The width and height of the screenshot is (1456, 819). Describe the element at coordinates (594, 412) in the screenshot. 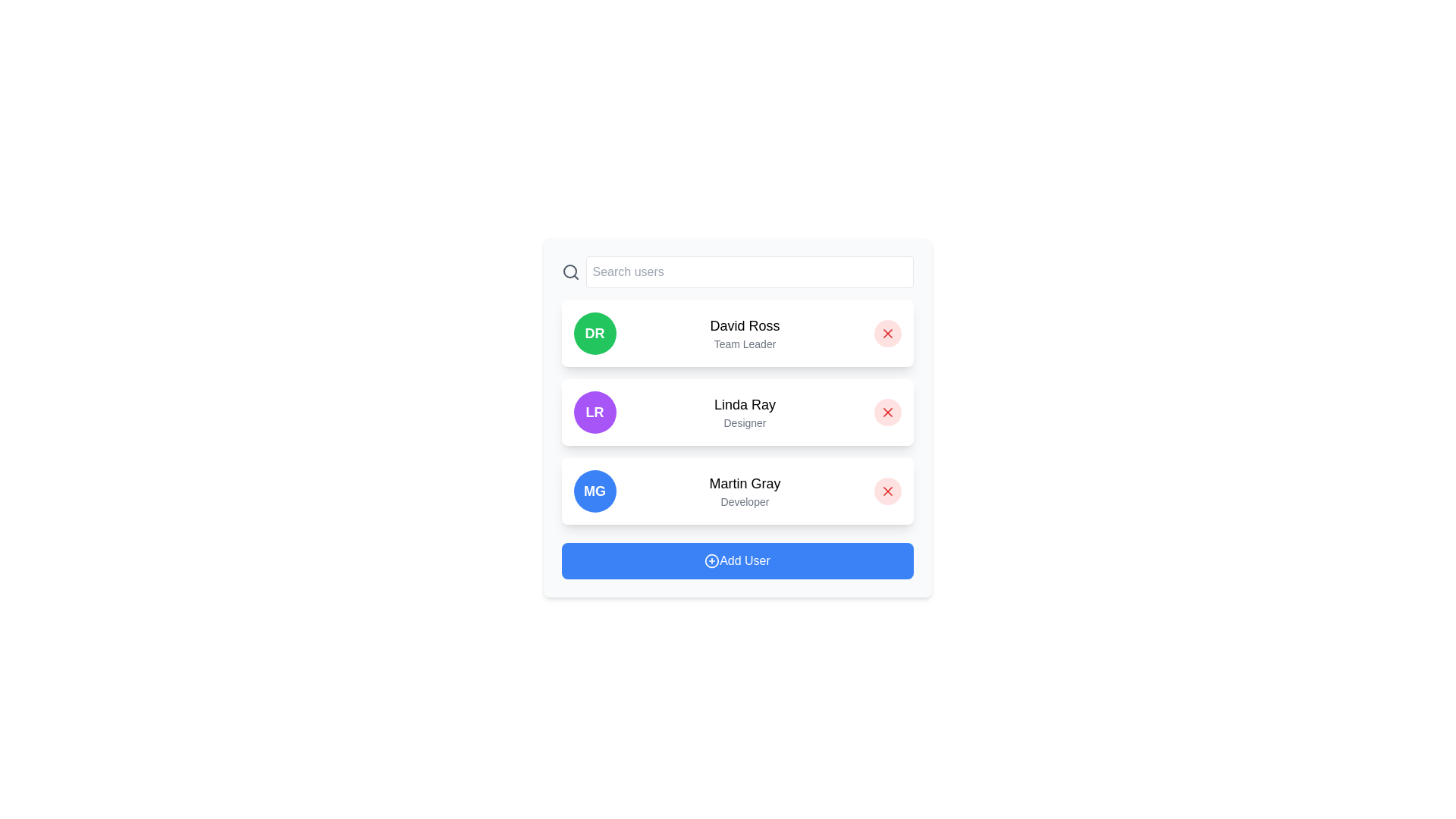

I see `the circular badge with initials 'LR' which has a purple background, located beside the user name 'Linda Ray' and designation 'Designer' in the second user card` at that location.